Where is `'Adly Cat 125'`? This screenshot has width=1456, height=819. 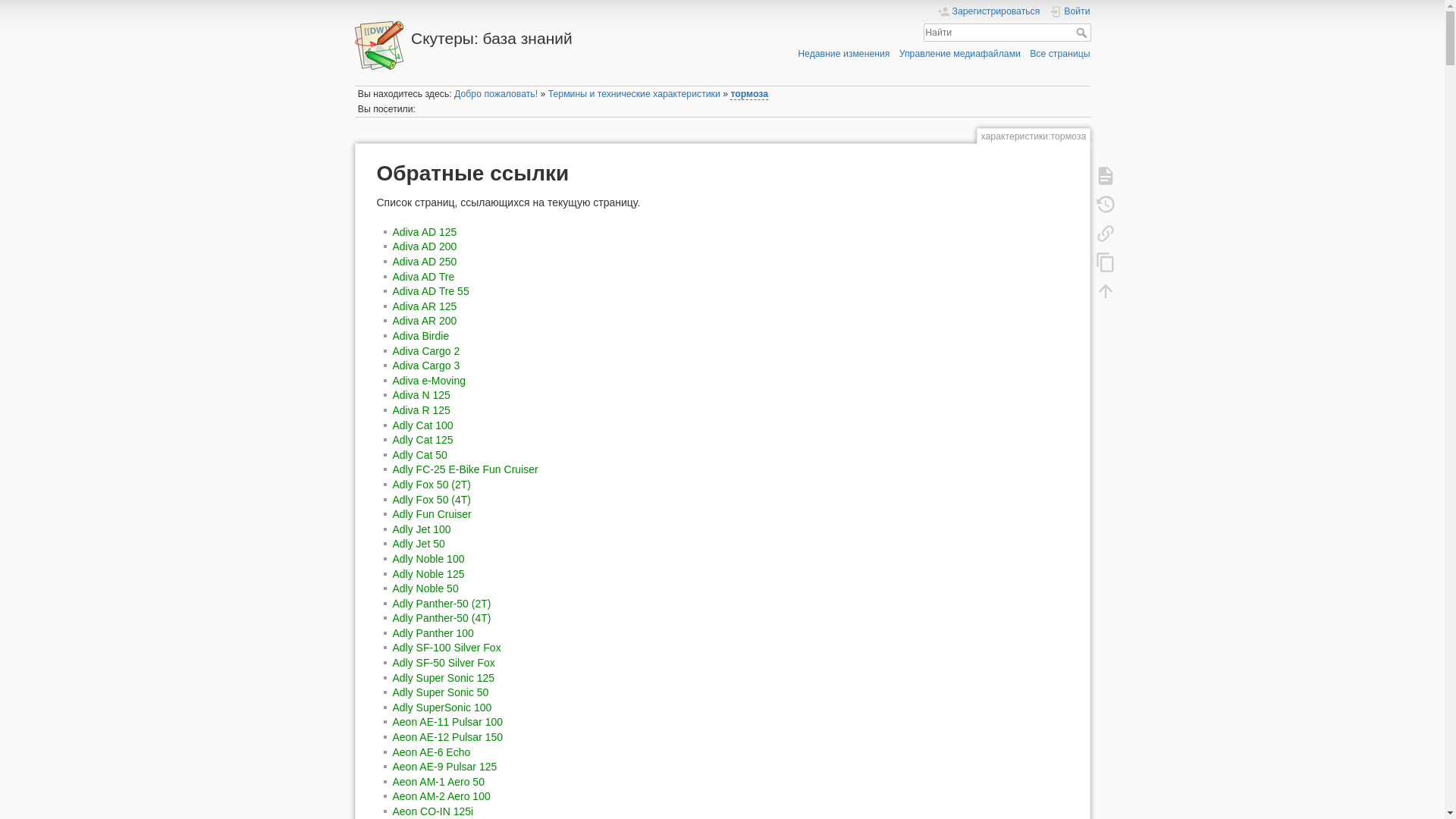
'Adly Cat 125' is located at coordinates (422, 439).